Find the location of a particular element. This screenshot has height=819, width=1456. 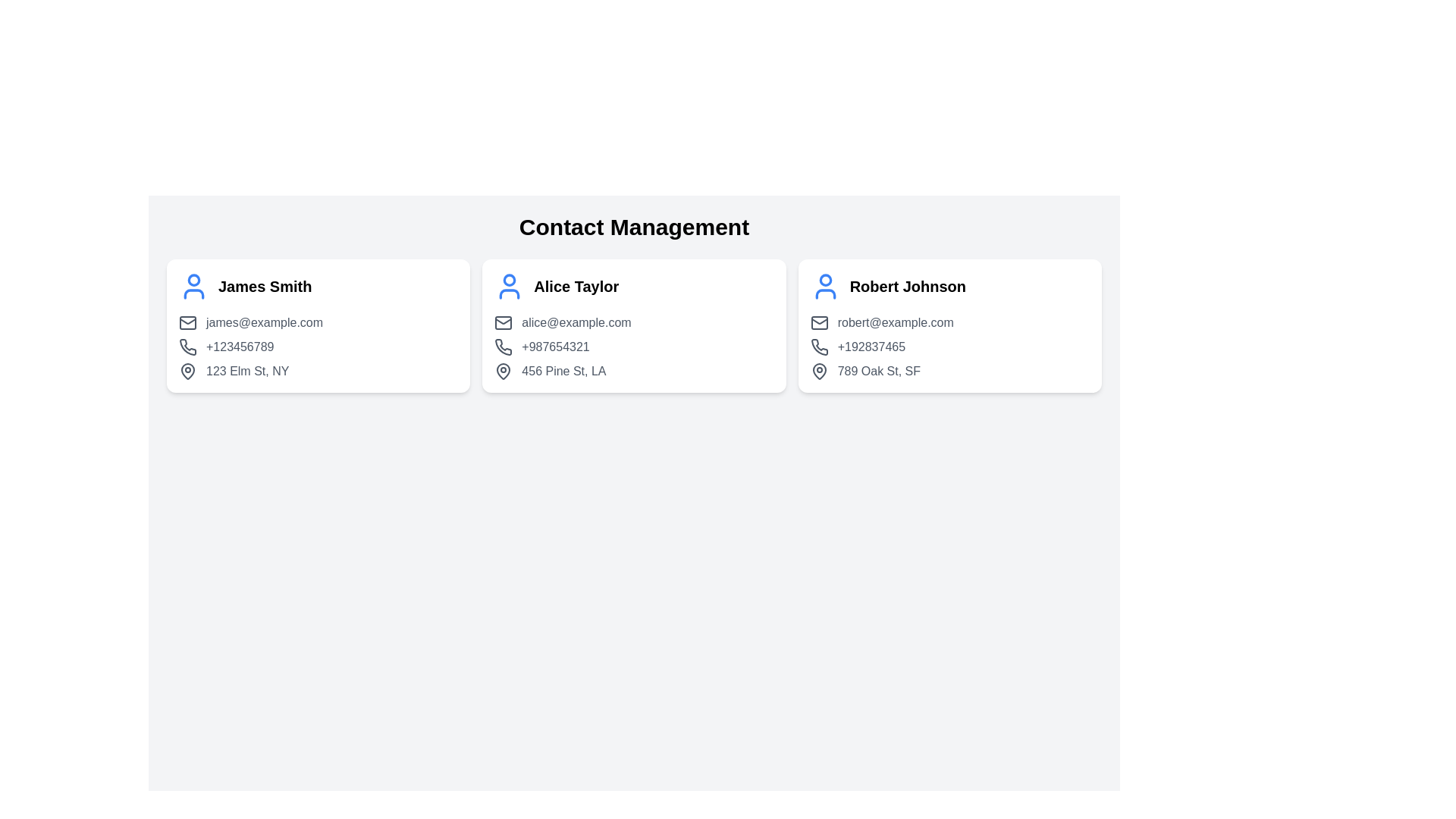

the contact details block for James Smith to prompt actions like opening email or calling the number is located at coordinates (318, 347).